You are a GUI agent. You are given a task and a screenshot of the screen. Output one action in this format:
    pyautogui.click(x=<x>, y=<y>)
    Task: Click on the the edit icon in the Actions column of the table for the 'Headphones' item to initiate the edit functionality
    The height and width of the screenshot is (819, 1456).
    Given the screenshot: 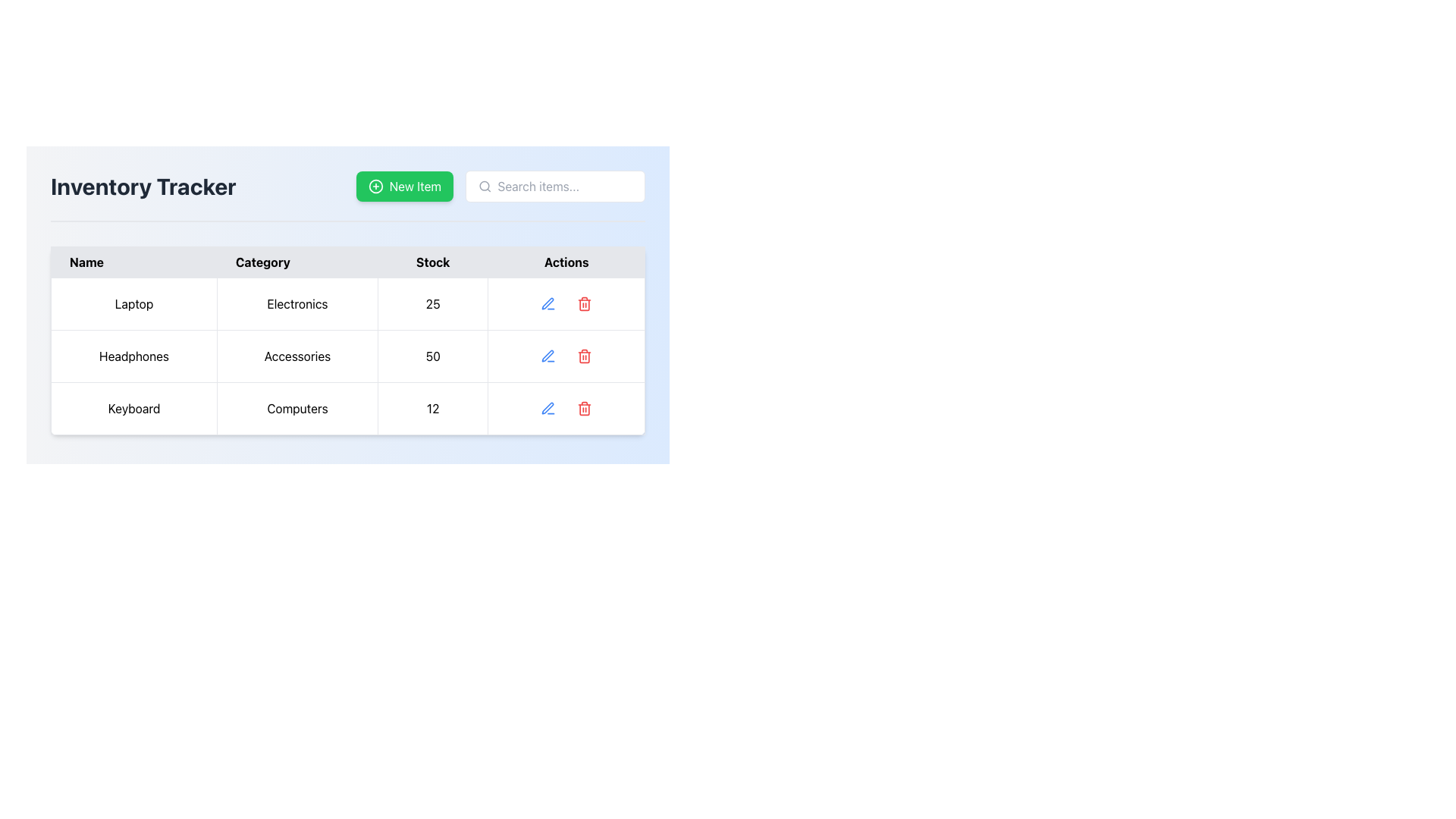 What is the action you would take?
    pyautogui.click(x=548, y=356)
    